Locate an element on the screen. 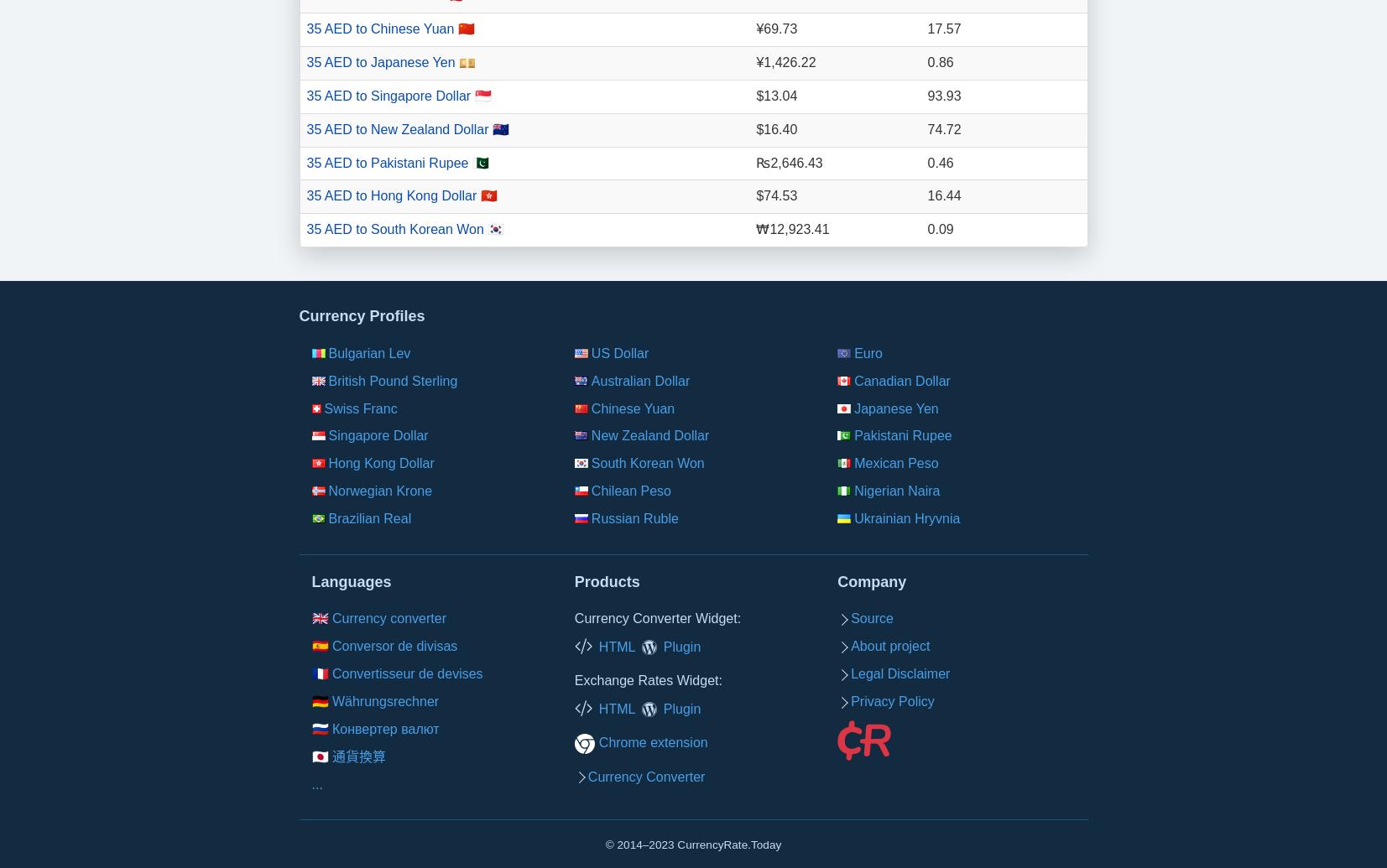 The image size is (1387, 868). '0.46' is located at coordinates (940, 162).